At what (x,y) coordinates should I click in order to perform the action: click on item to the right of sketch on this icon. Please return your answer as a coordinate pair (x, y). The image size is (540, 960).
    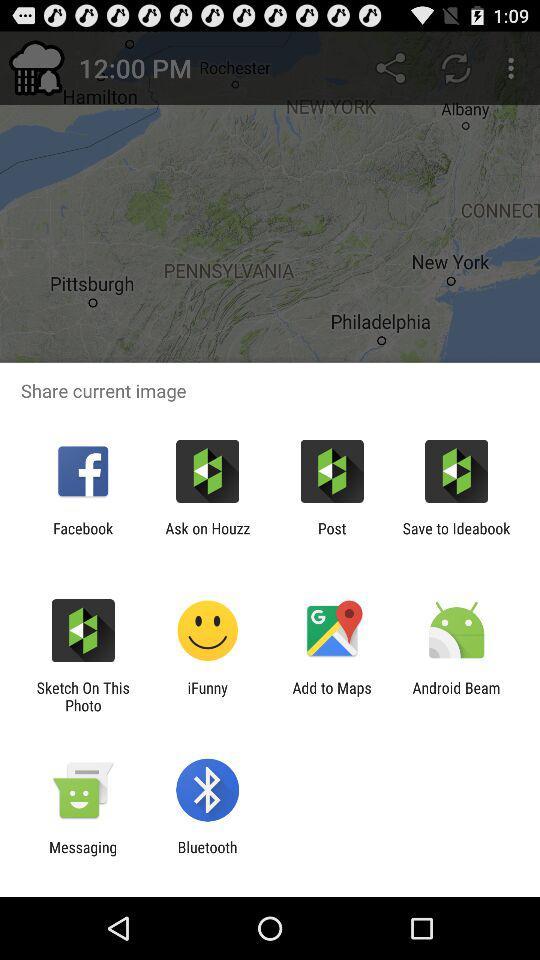
    Looking at the image, I should click on (206, 696).